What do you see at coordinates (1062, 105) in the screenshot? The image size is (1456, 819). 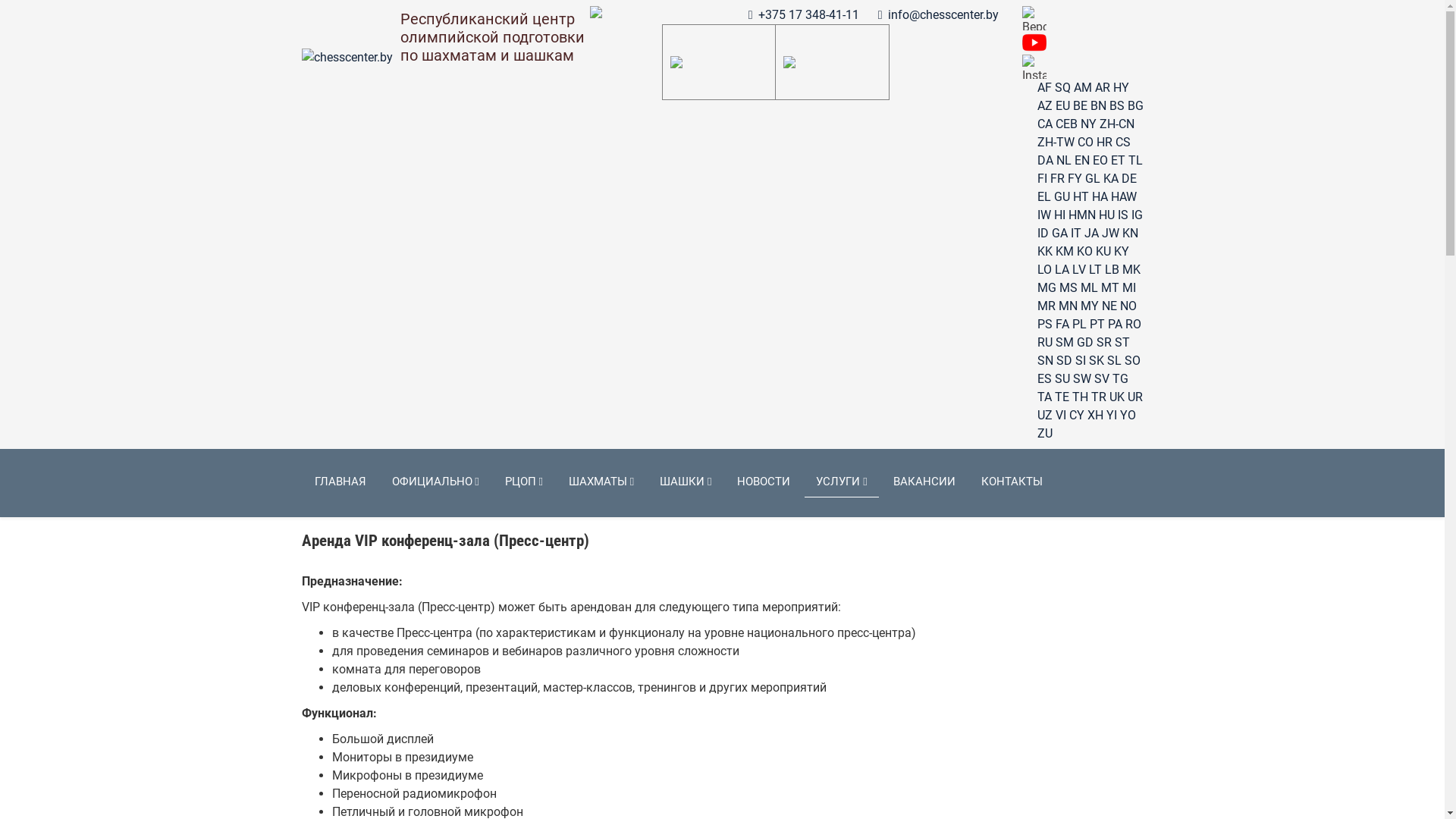 I see `'EU'` at bounding box center [1062, 105].